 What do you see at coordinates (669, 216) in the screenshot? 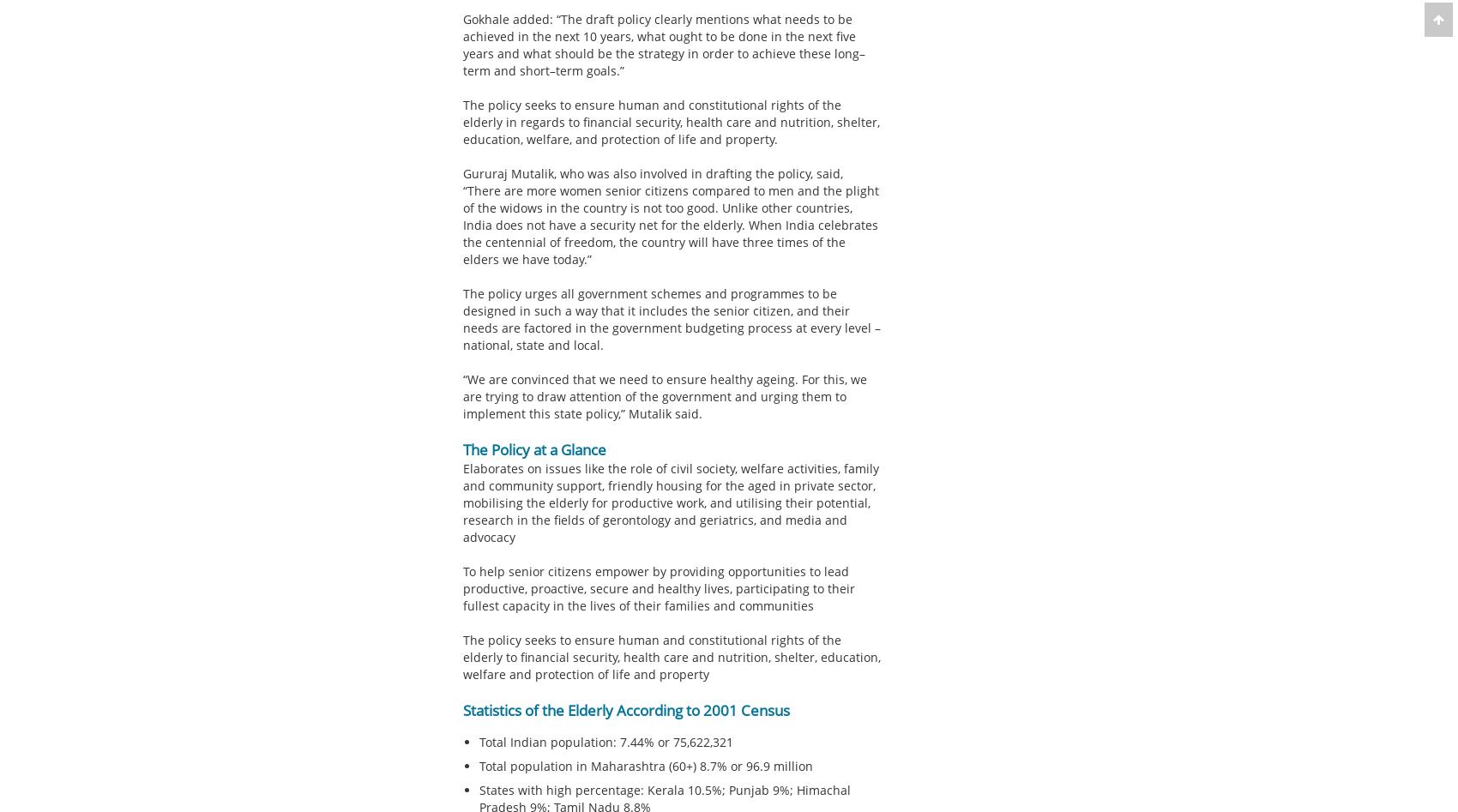
I see `'Gururaj Mutalik, who was also involved in drafting the policy, said, “There are more women senior citizens compared to men and the plight of the widows in the country is not too good. Unlike other countries, India does not have a security net for the elderly. When India celebrates the centennial of freedom, the country will have three times of the elders we have today.”'` at bounding box center [669, 216].